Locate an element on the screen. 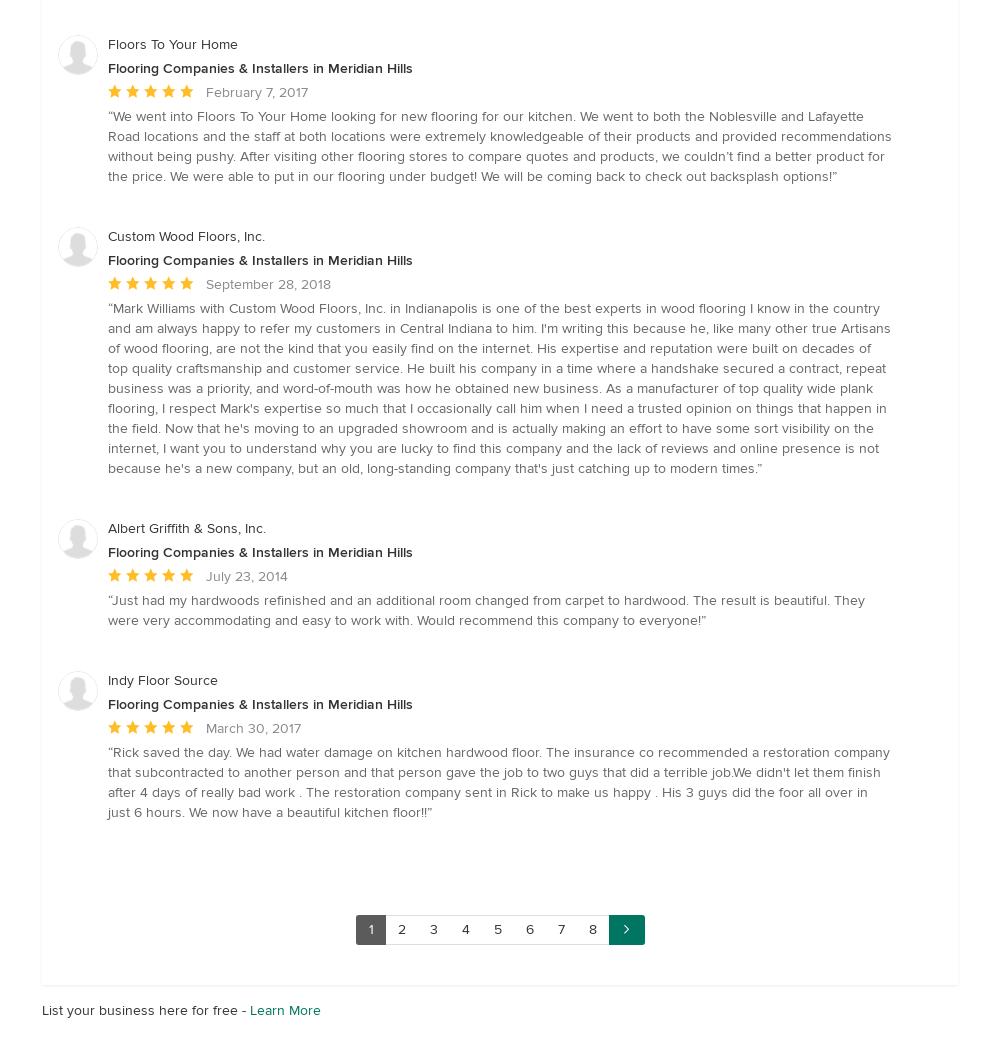 This screenshot has width=1000, height=1047. 'Just had my hardwoods refinished and an additional room changed from carpet to hardwood.  The result is beautiful.  They were very accommodating and easy to work with. Would recommend this company to everyone!' is located at coordinates (485, 609).